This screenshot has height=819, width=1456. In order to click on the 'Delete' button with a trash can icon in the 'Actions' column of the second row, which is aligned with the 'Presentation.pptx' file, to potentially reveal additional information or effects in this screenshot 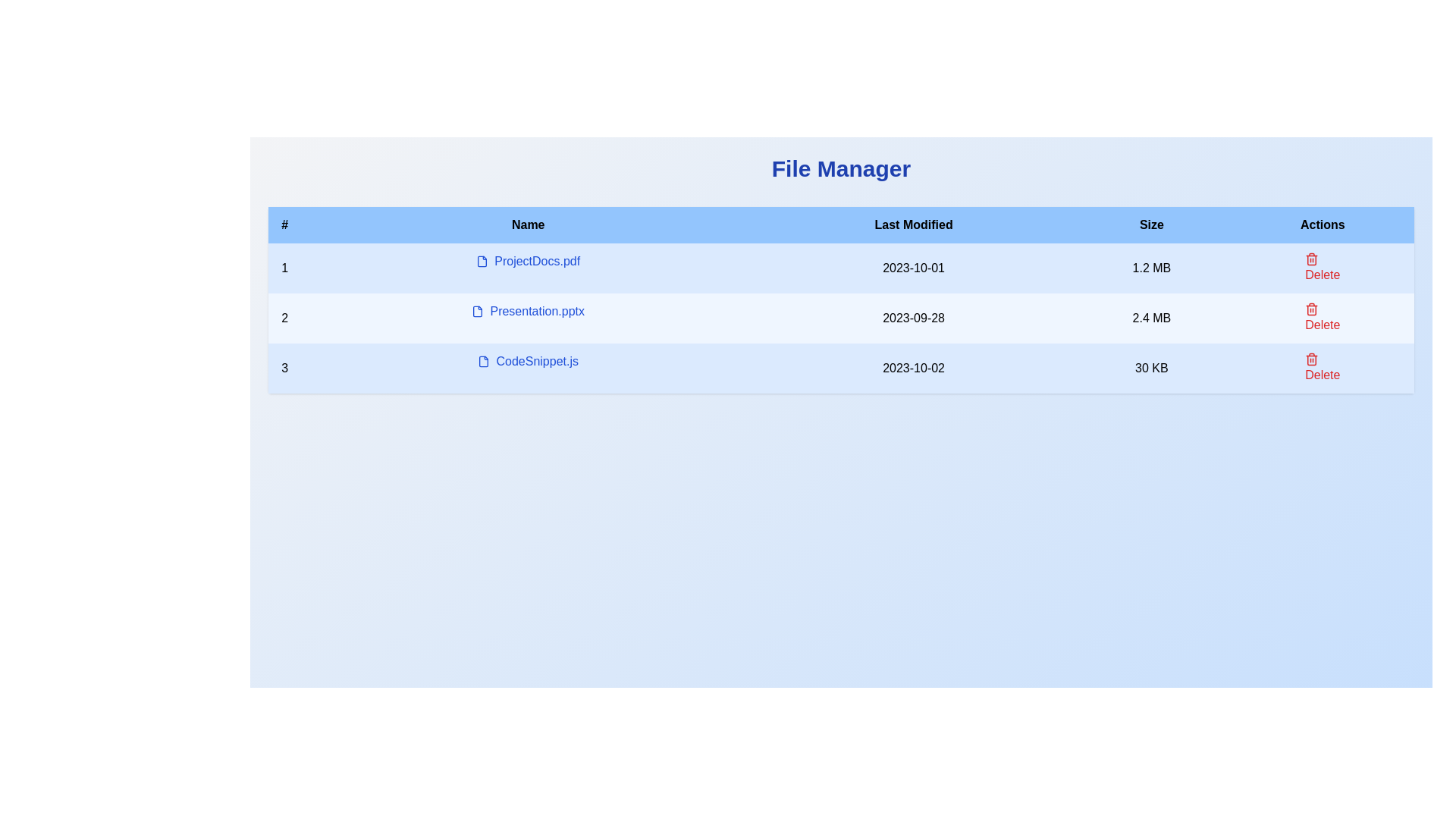, I will do `click(1322, 268)`.